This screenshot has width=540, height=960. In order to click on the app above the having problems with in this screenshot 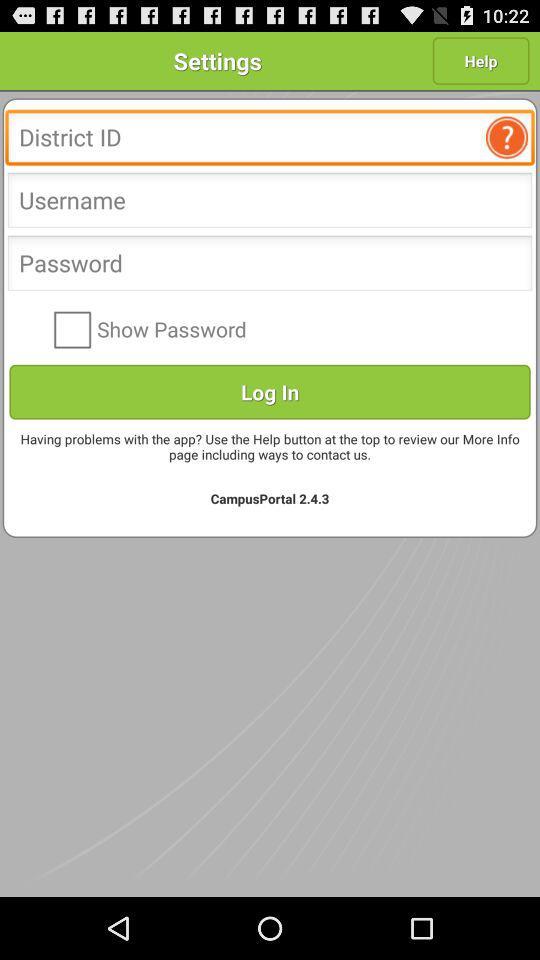, I will do `click(270, 390)`.